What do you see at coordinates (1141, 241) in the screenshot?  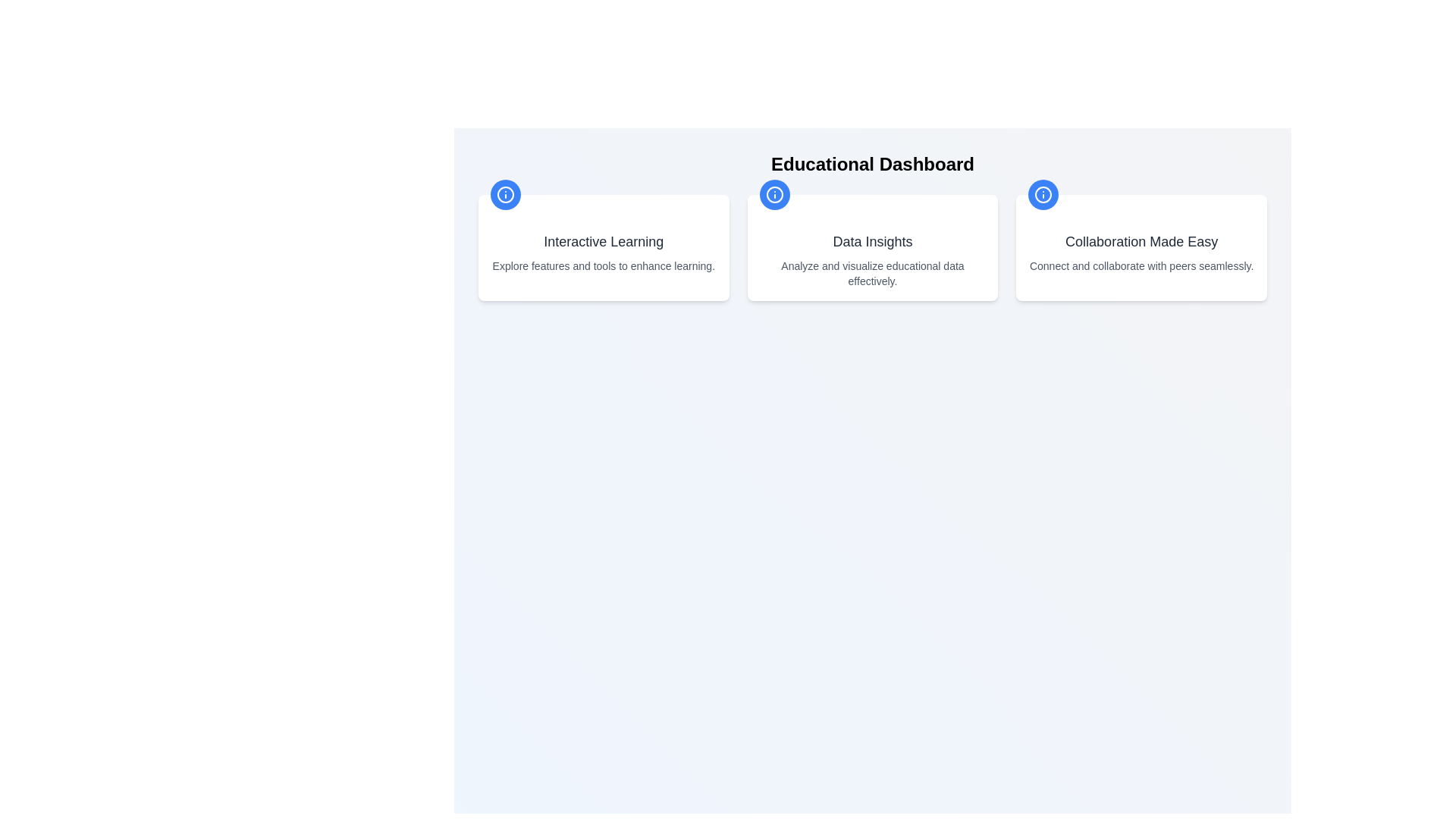 I see `the heading text label located in the third card of the row, which serves as the main title for that card` at bounding box center [1141, 241].